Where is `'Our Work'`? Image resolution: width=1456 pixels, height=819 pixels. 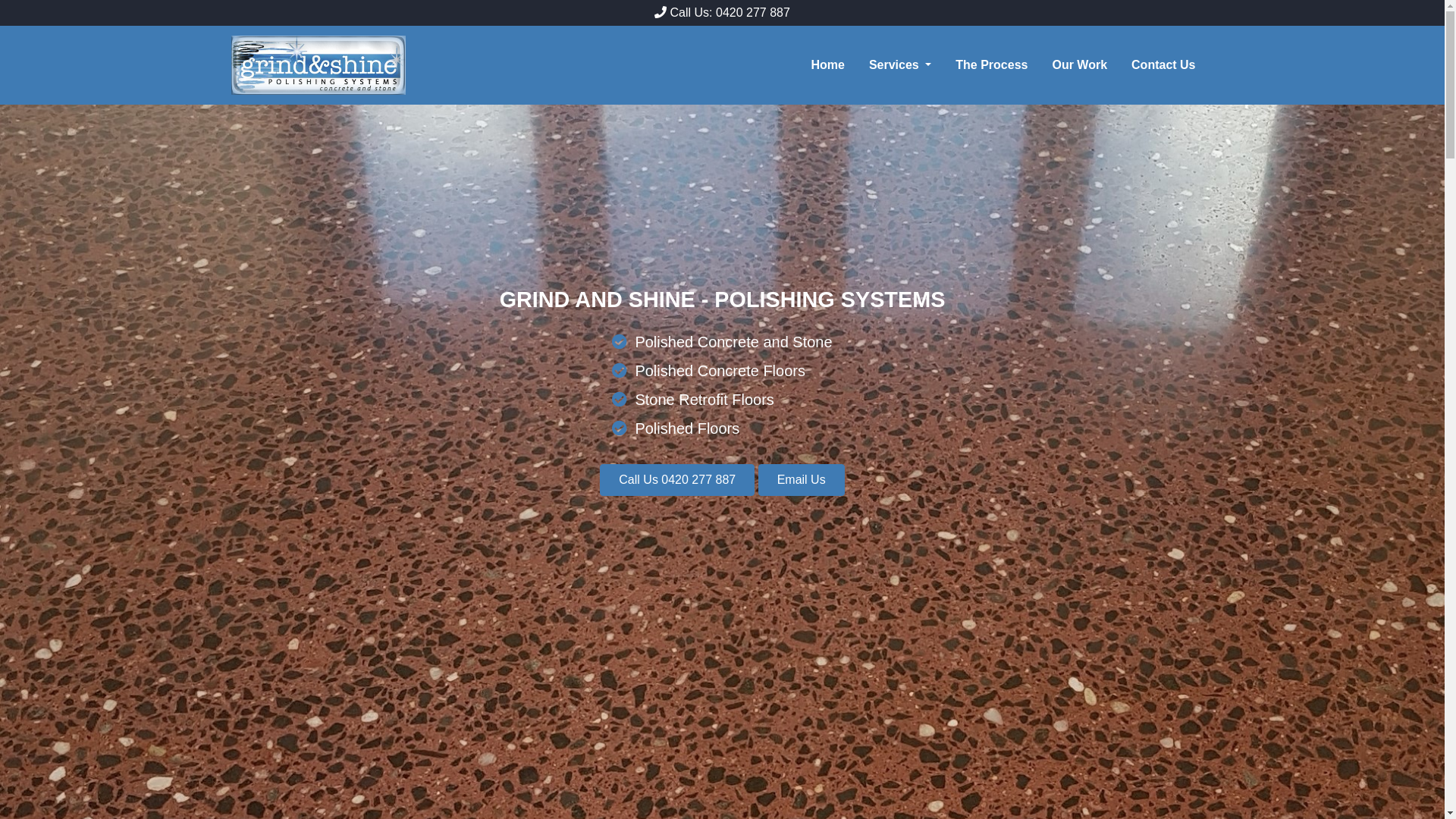 'Our Work' is located at coordinates (1084, 64).